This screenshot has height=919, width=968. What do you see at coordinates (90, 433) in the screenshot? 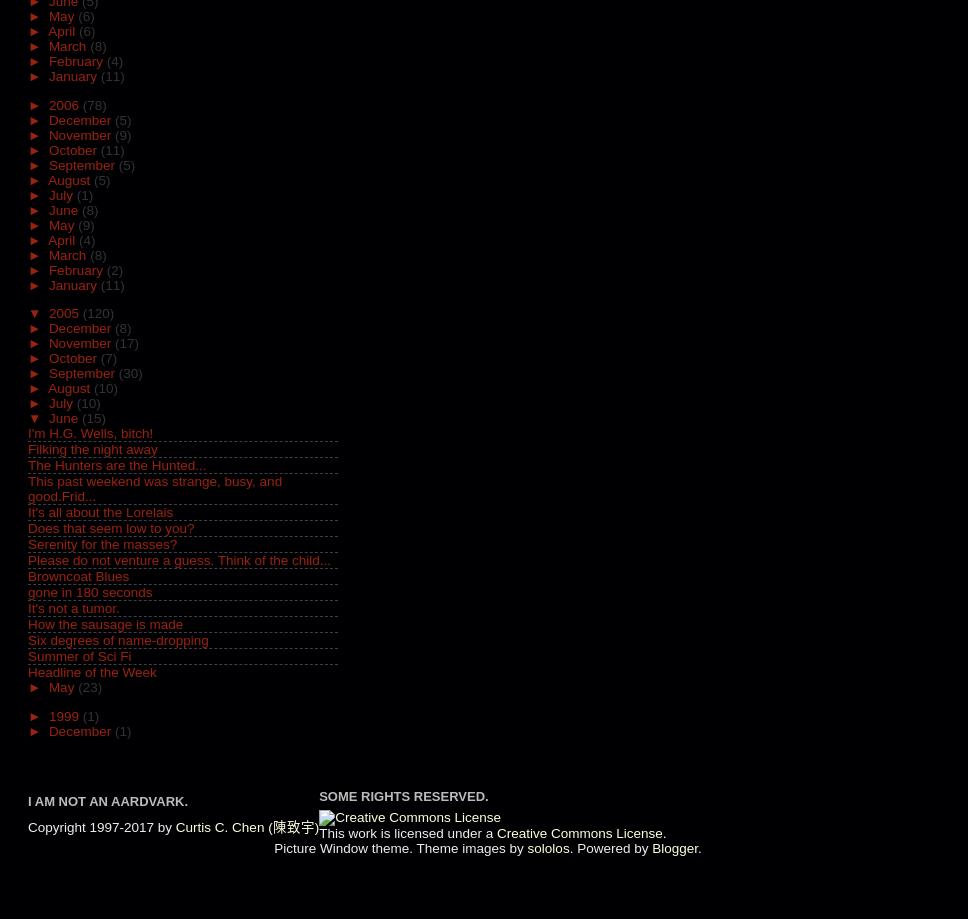
I see `'I'm H.G. Wells, bitch!'` at bounding box center [90, 433].